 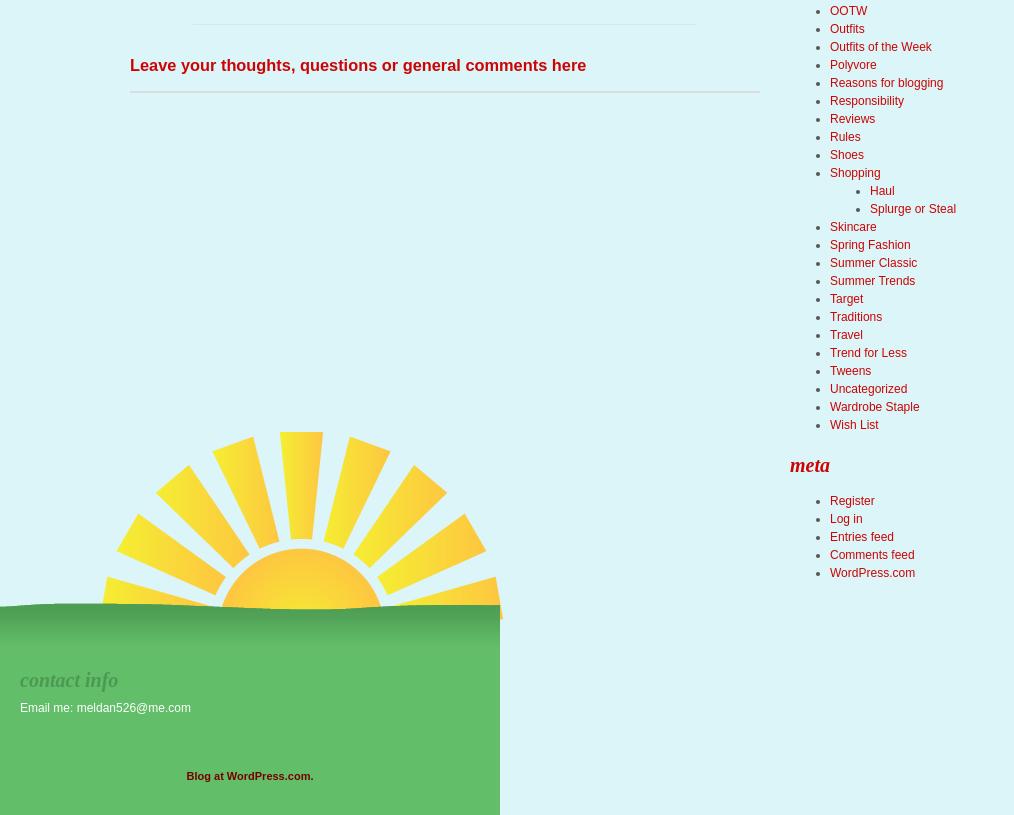 What do you see at coordinates (852, 425) in the screenshot?
I see `'Wish List'` at bounding box center [852, 425].